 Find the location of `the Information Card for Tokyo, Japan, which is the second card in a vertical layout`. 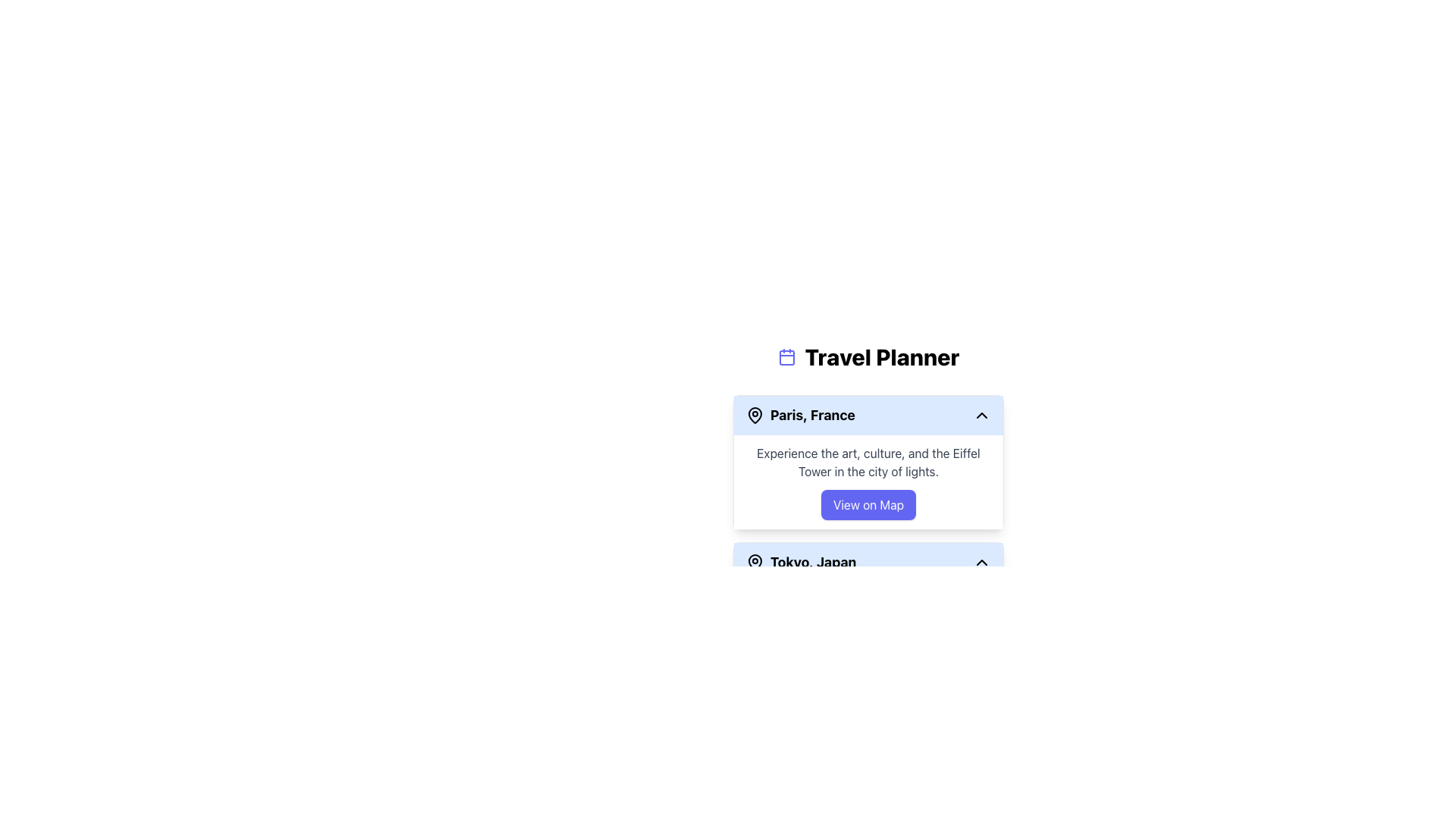

the Information Card for Tokyo, Japan, which is the second card in a vertical layout is located at coordinates (868, 608).